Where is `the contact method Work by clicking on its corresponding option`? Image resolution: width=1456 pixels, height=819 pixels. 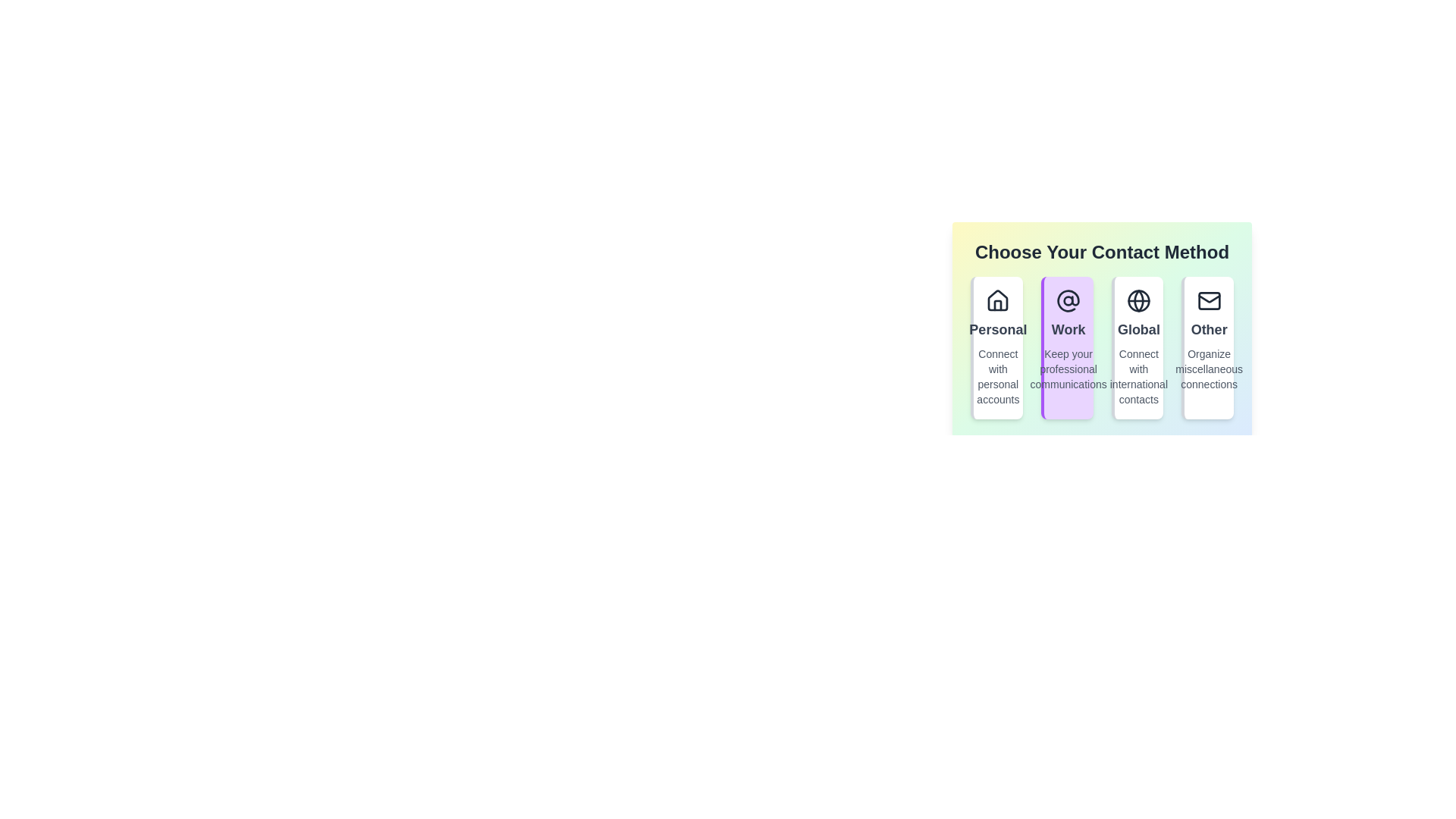
the contact method Work by clicking on its corresponding option is located at coordinates (1066, 348).